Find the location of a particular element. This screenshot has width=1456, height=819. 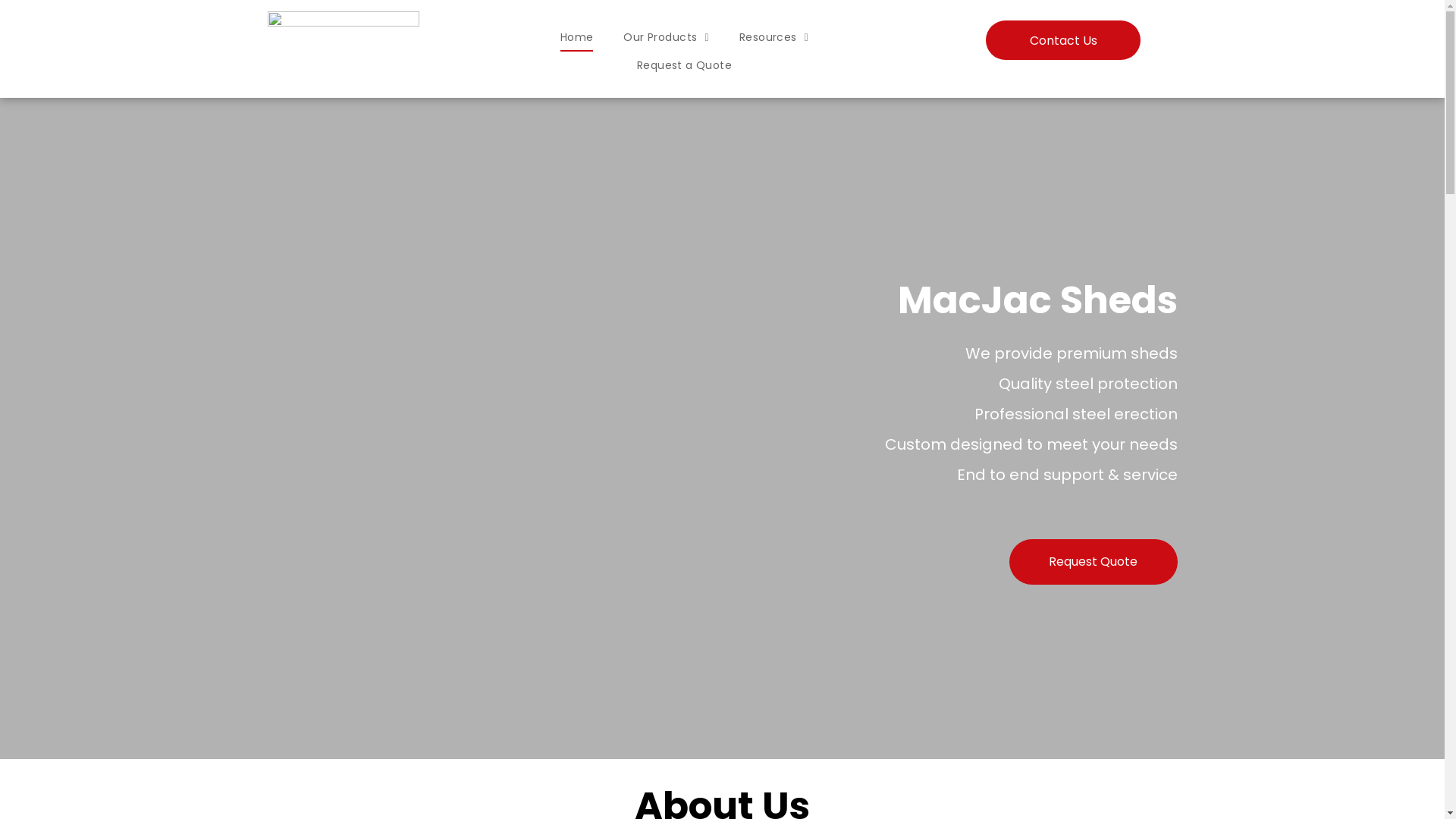

'Home' is located at coordinates (576, 36).